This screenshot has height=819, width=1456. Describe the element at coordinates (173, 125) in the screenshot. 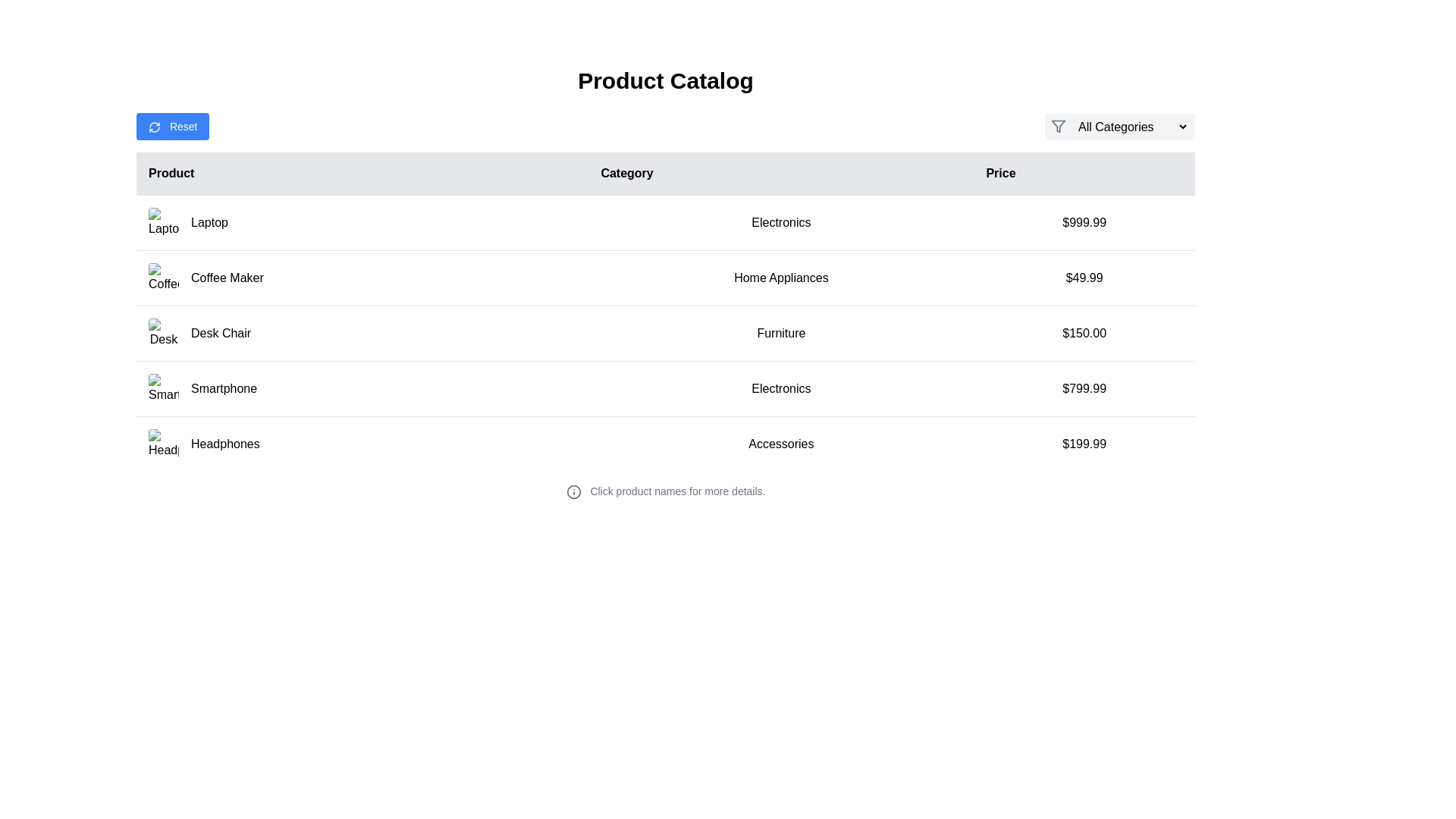

I see `the 'Reset' button located at the top left of the header, which features a blue background and white text with a refresh icon` at that location.